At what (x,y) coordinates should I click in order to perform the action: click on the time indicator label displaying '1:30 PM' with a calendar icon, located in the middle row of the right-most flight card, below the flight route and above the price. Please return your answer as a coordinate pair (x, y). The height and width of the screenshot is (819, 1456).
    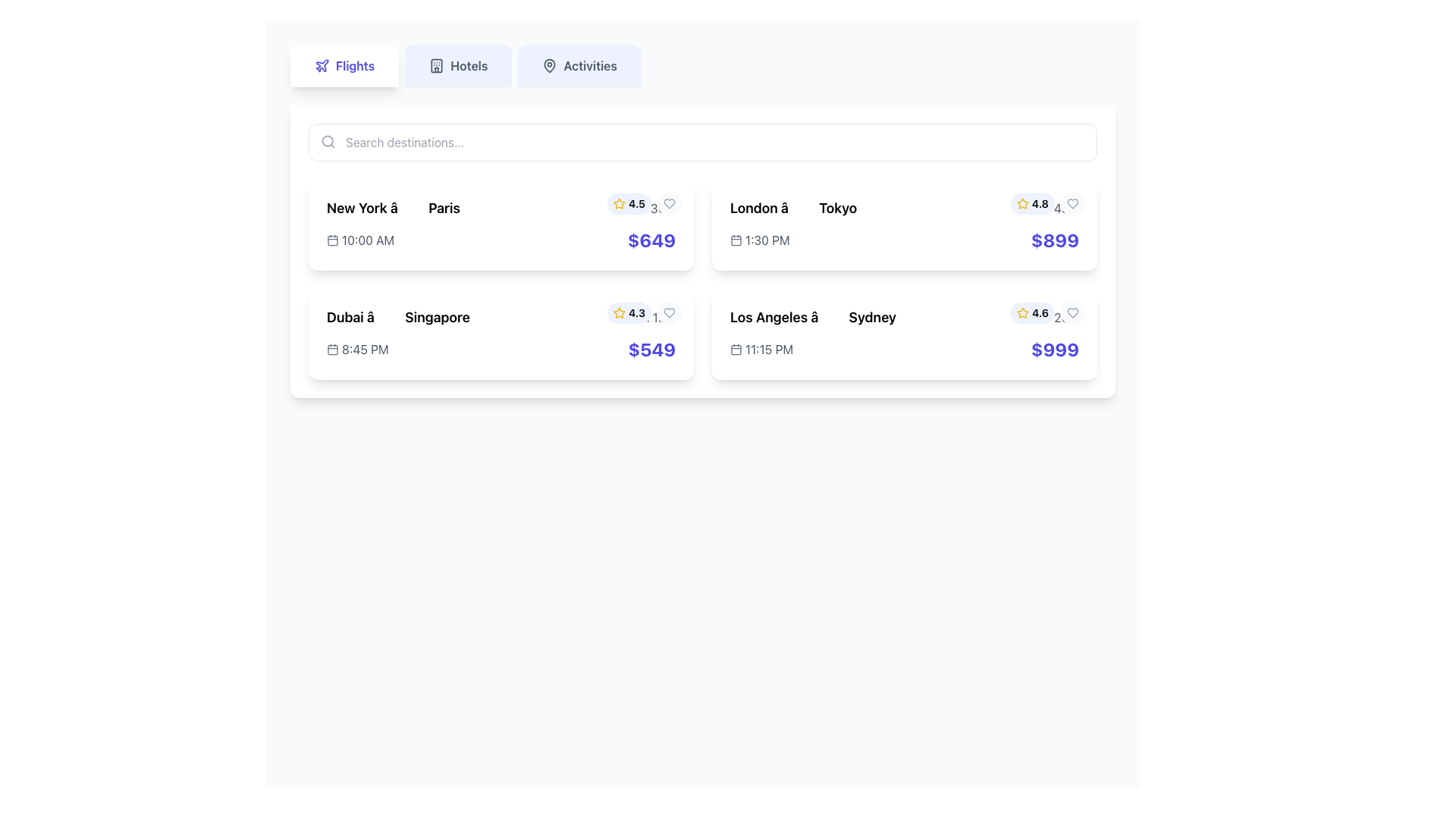
    Looking at the image, I should click on (760, 239).